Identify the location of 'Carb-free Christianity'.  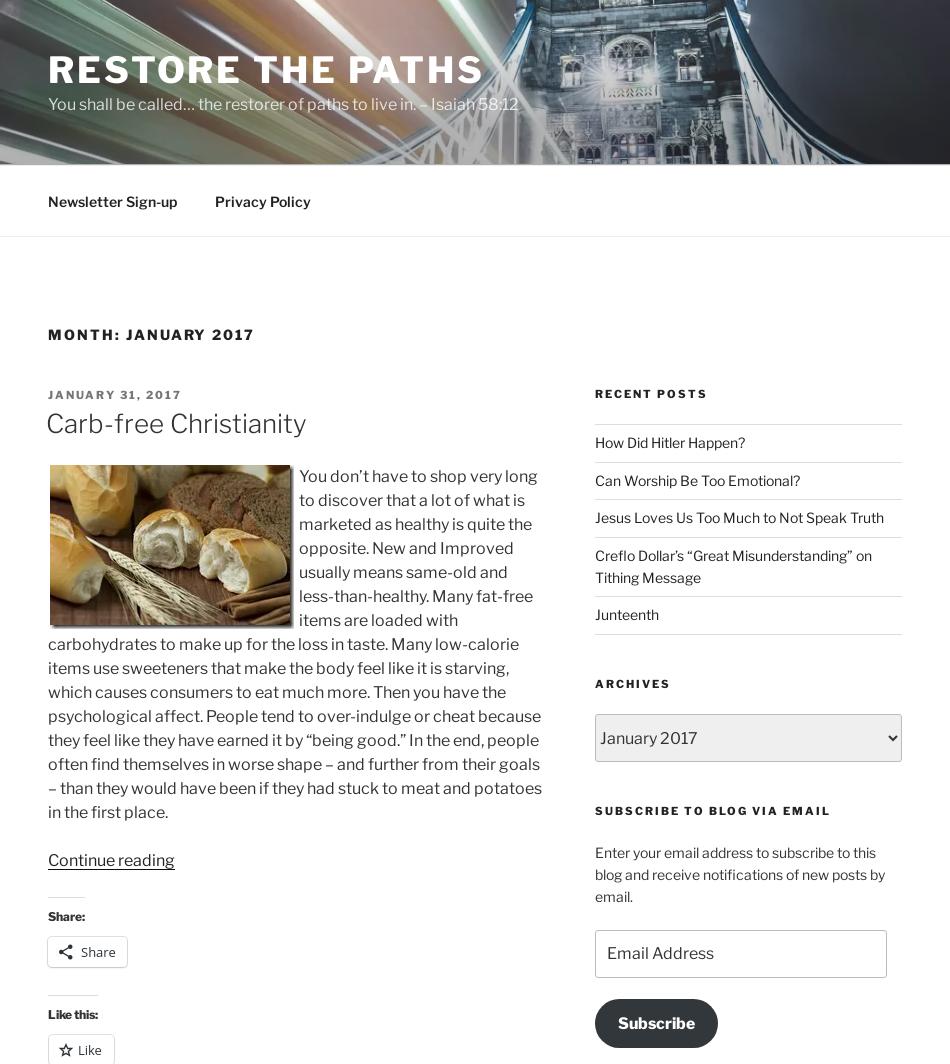
(176, 423).